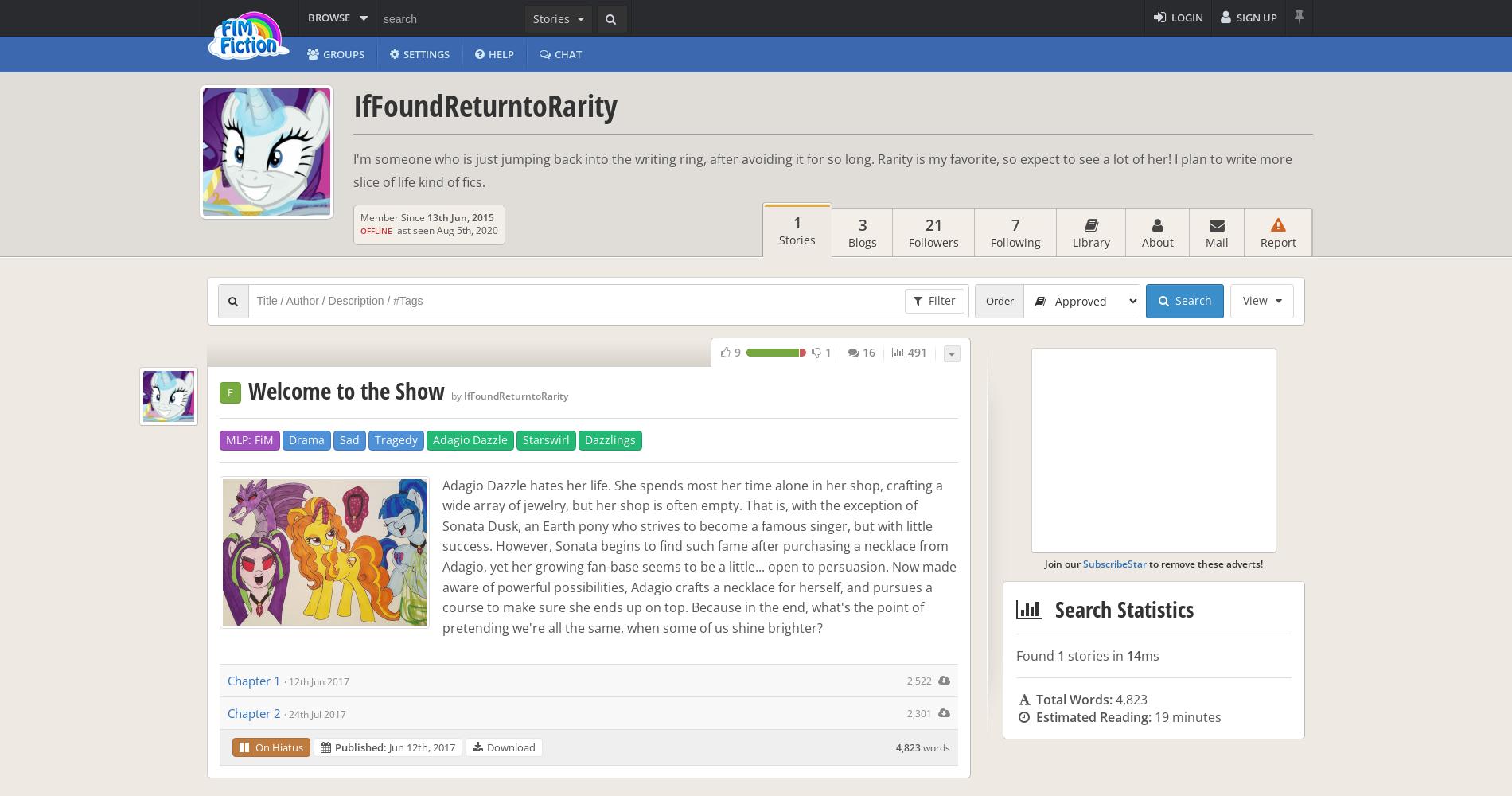 The width and height of the screenshot is (1512, 796). I want to click on '7', so click(1015, 224).